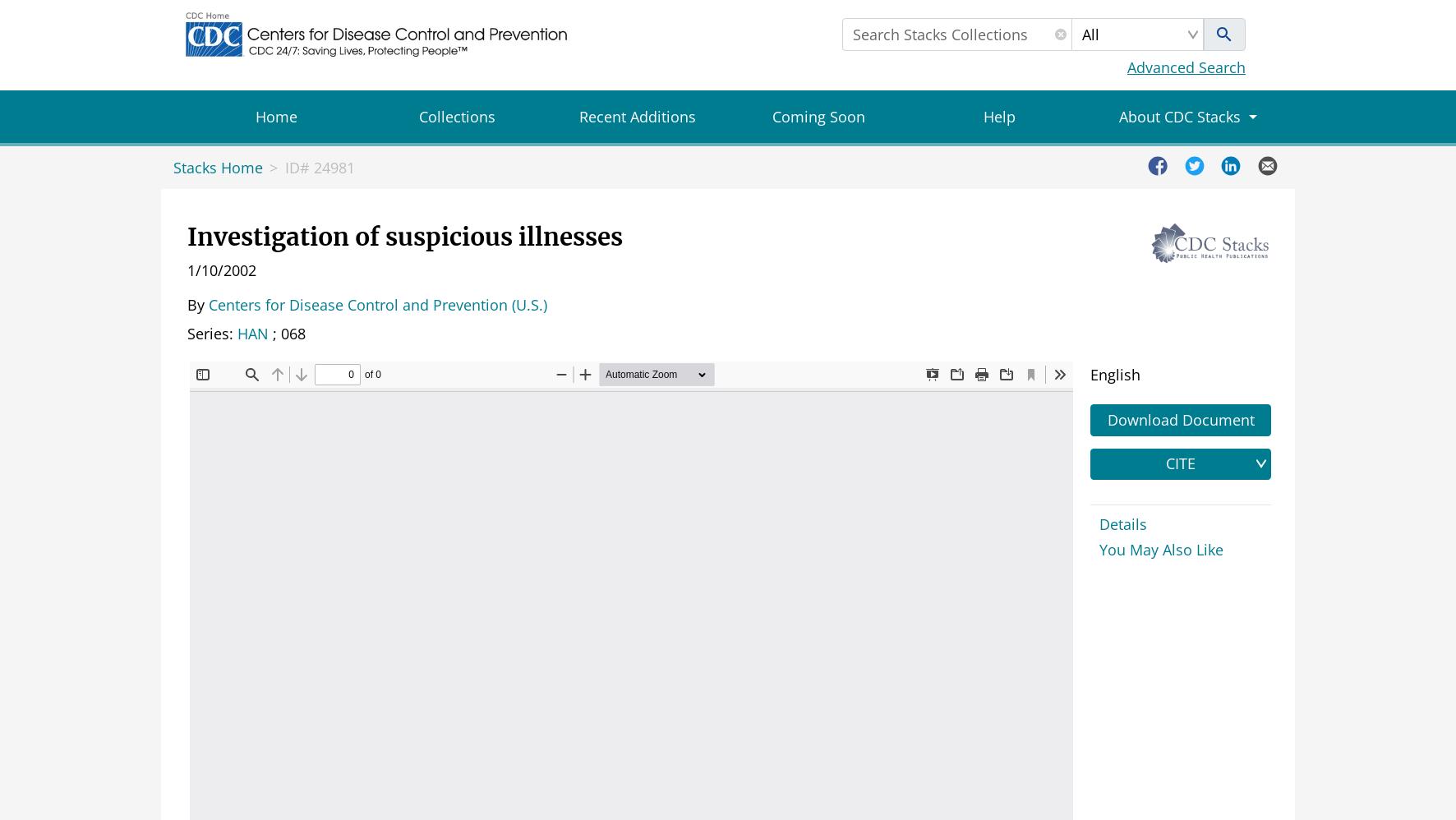 The width and height of the screenshot is (1456, 820). Describe the element at coordinates (1179, 418) in the screenshot. I see `'Download Document'` at that location.